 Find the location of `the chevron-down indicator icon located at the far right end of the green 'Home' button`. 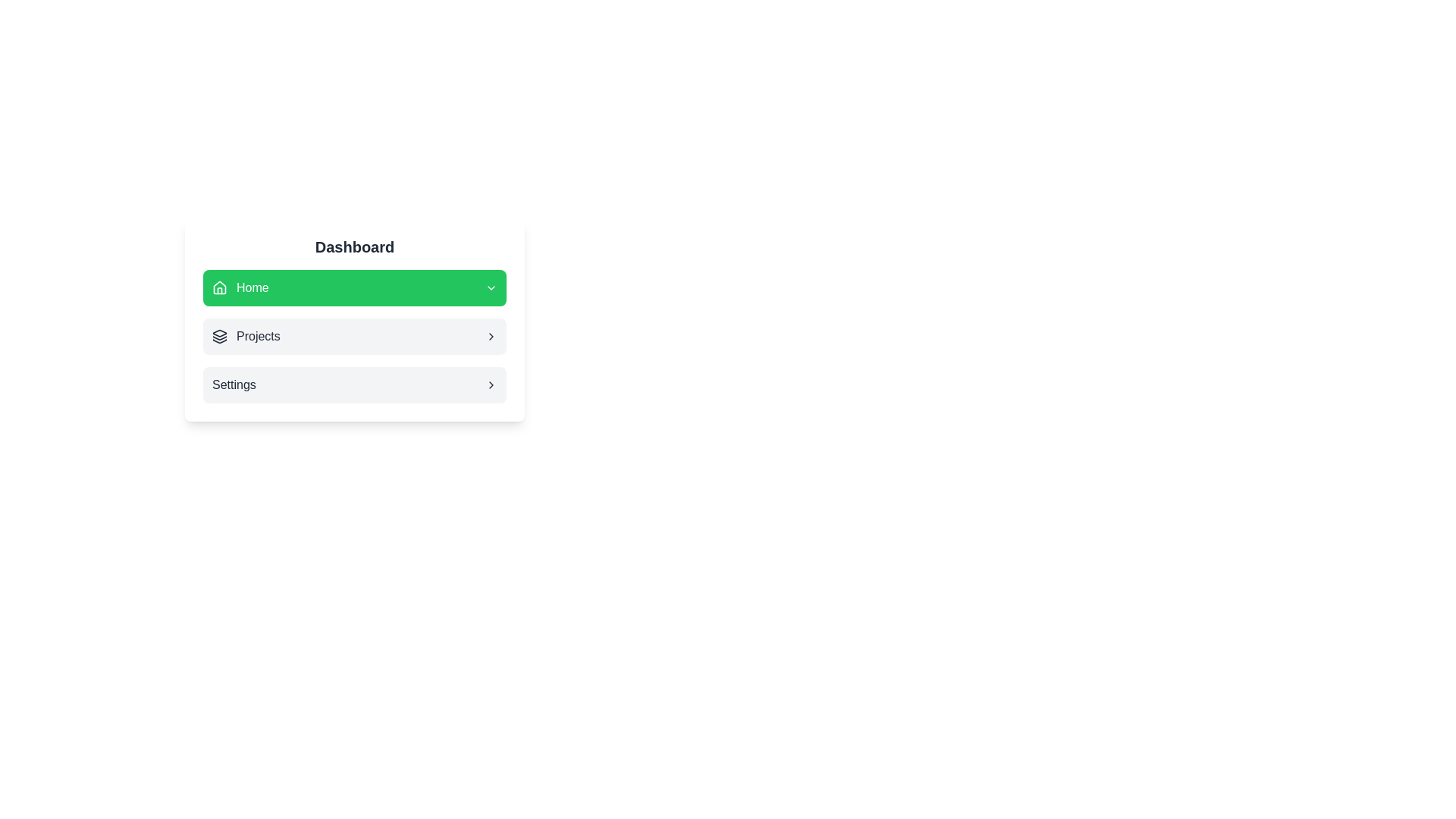

the chevron-down indicator icon located at the far right end of the green 'Home' button is located at coordinates (491, 288).